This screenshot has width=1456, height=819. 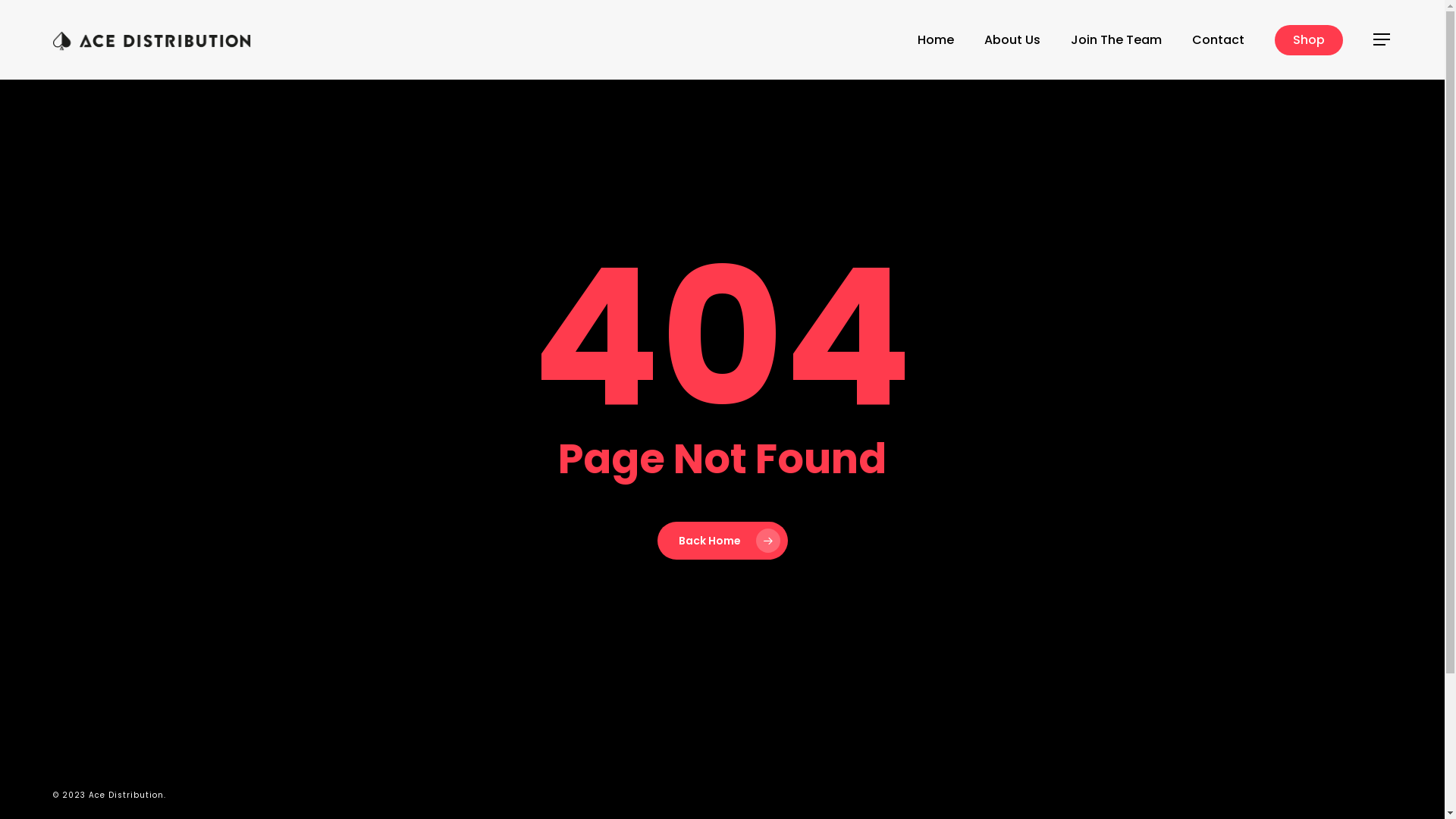 What do you see at coordinates (984, 38) in the screenshot?
I see `'About Us'` at bounding box center [984, 38].